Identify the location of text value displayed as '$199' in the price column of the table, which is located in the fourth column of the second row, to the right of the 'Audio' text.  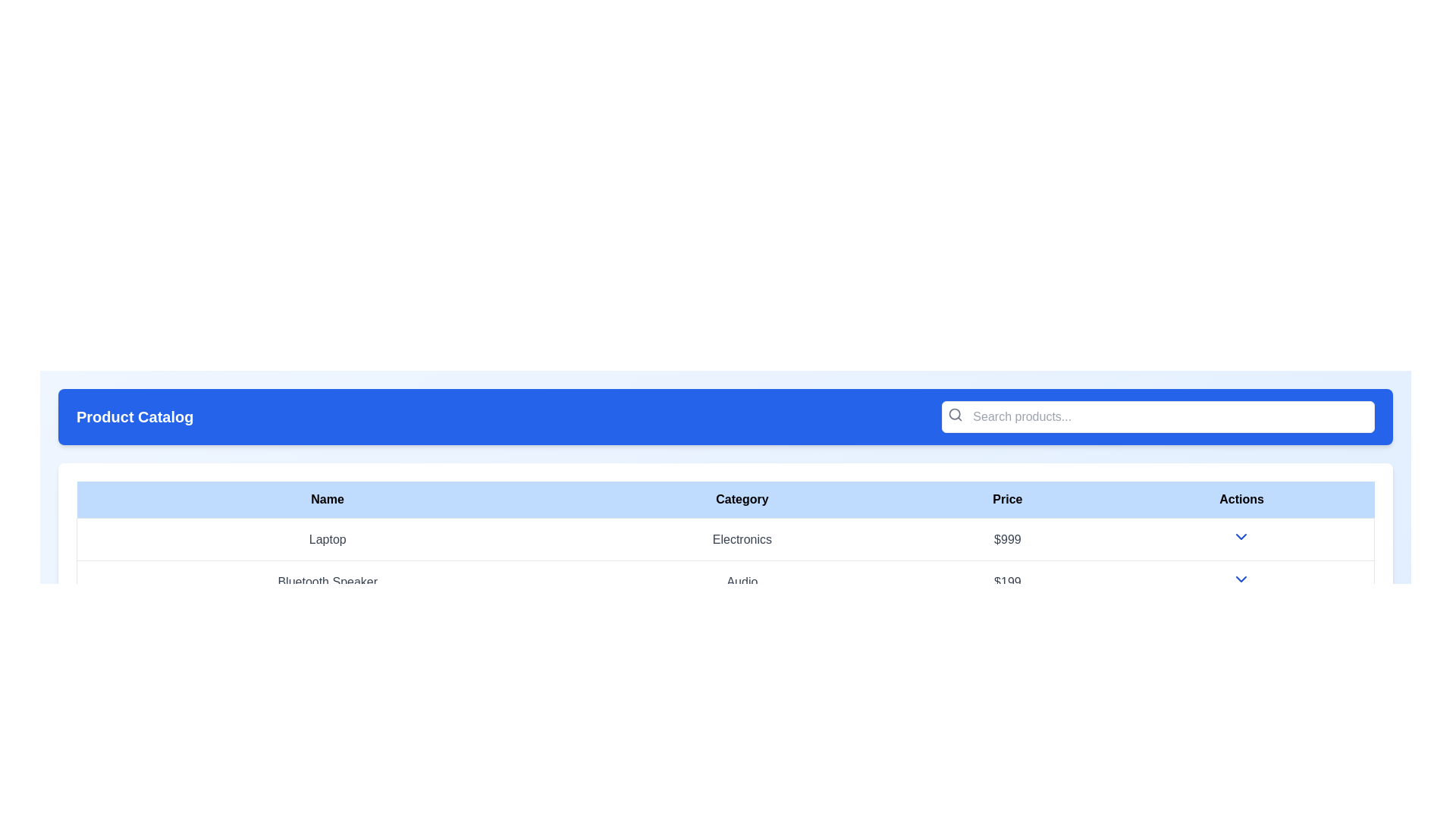
(1007, 581).